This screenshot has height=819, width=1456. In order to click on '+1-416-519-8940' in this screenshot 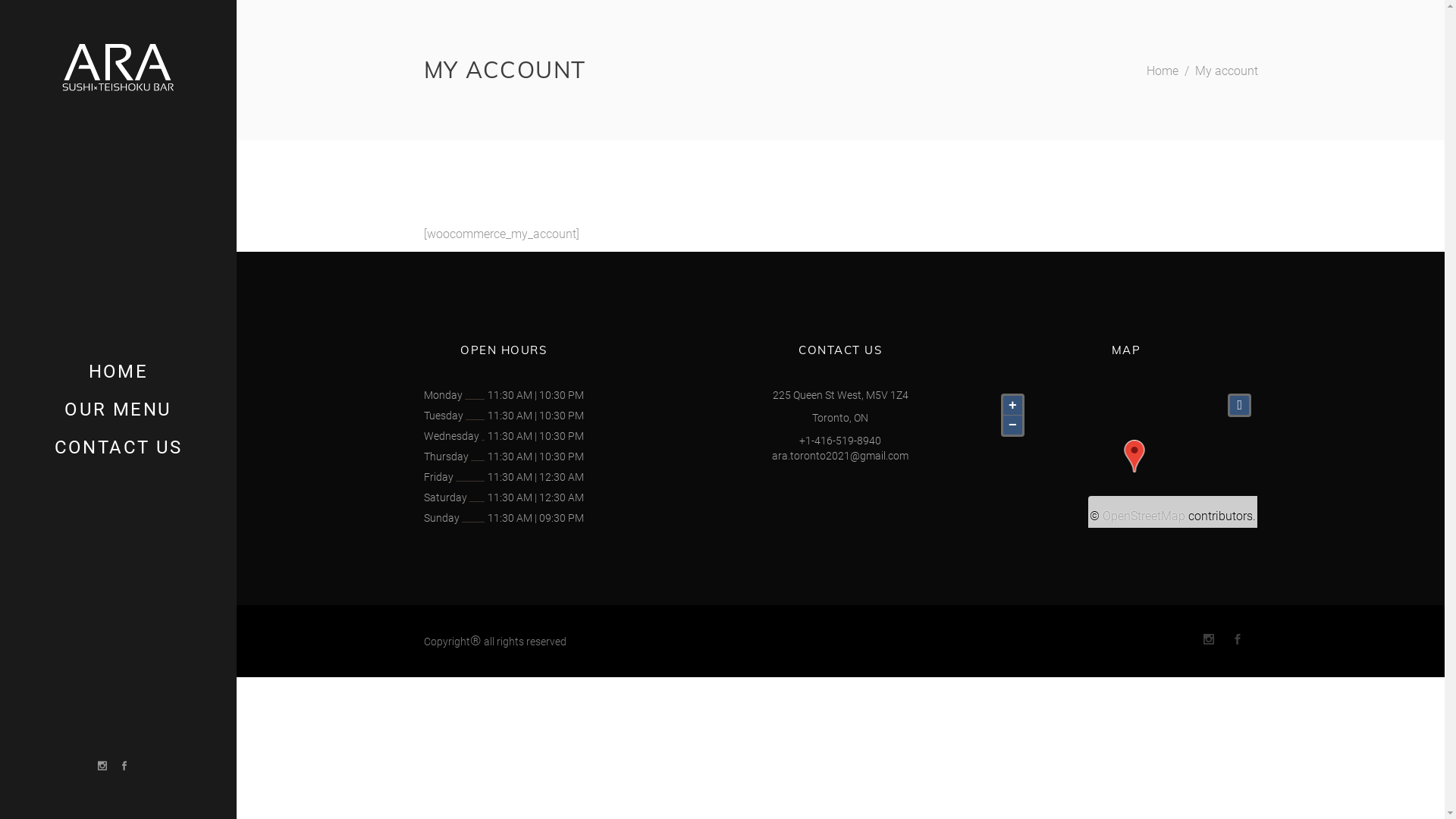, I will do `click(839, 439)`.